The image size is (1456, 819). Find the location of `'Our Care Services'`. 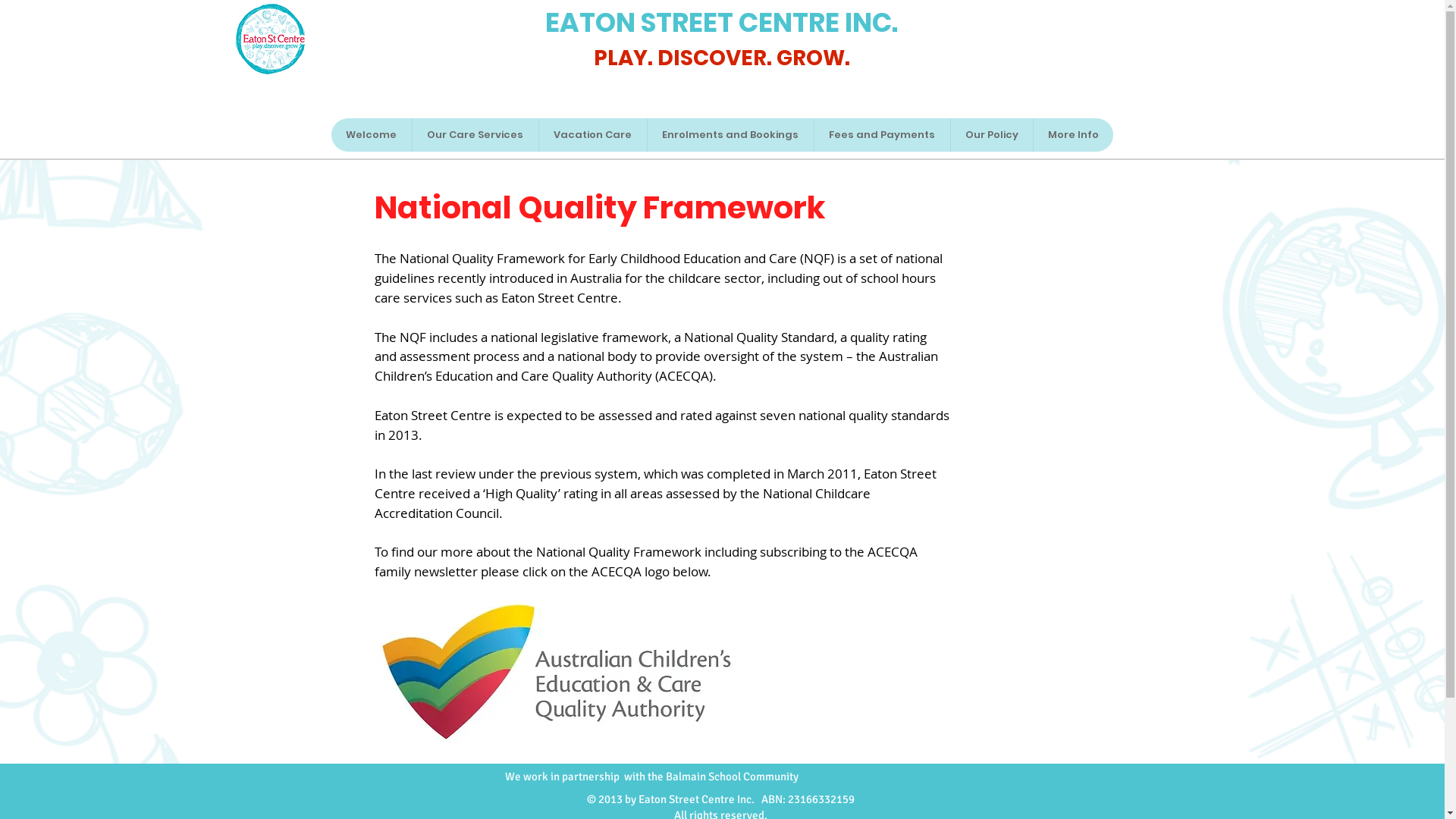

'Our Care Services' is located at coordinates (473, 133).